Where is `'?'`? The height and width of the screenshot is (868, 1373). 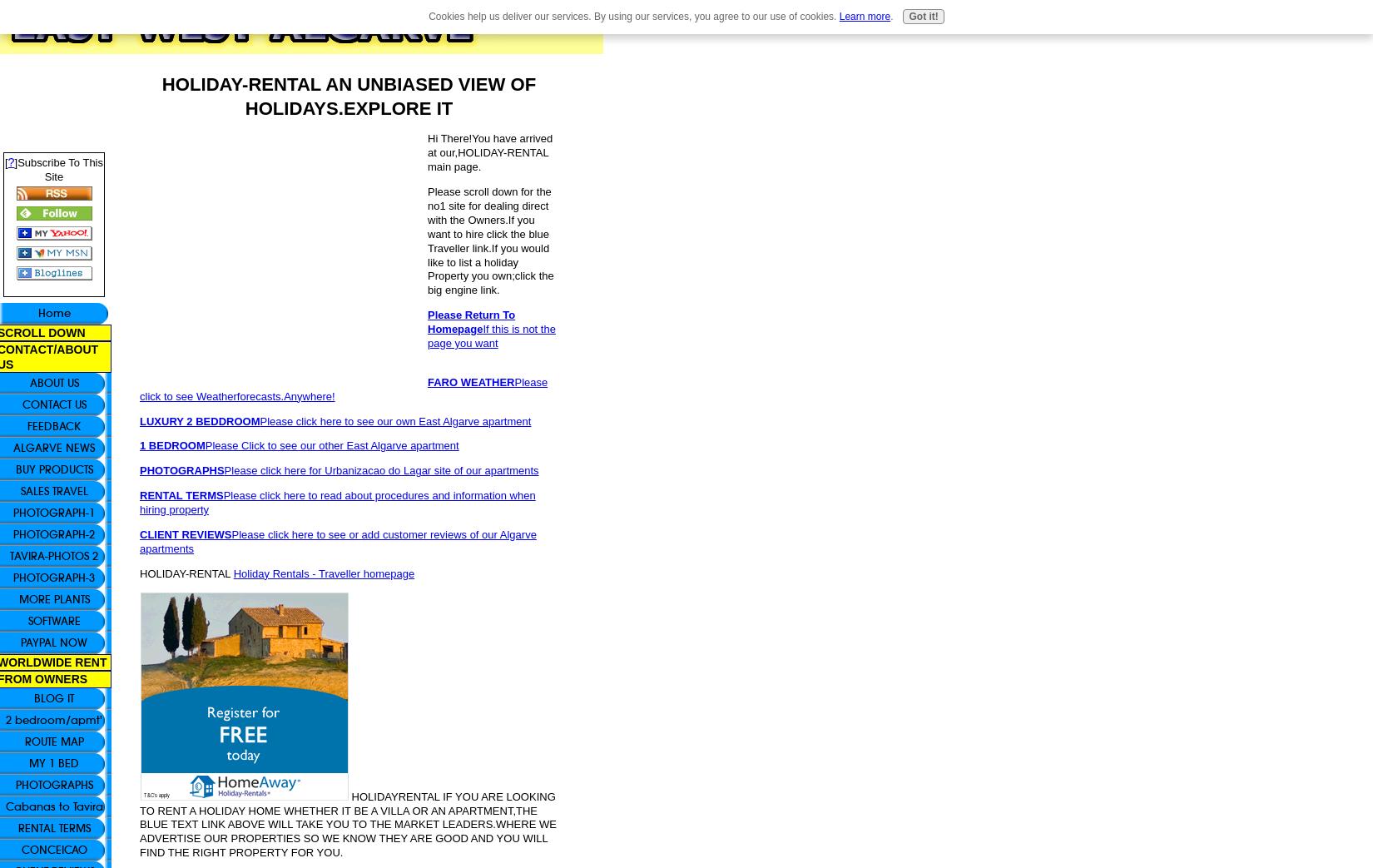 '?' is located at coordinates (7, 161).